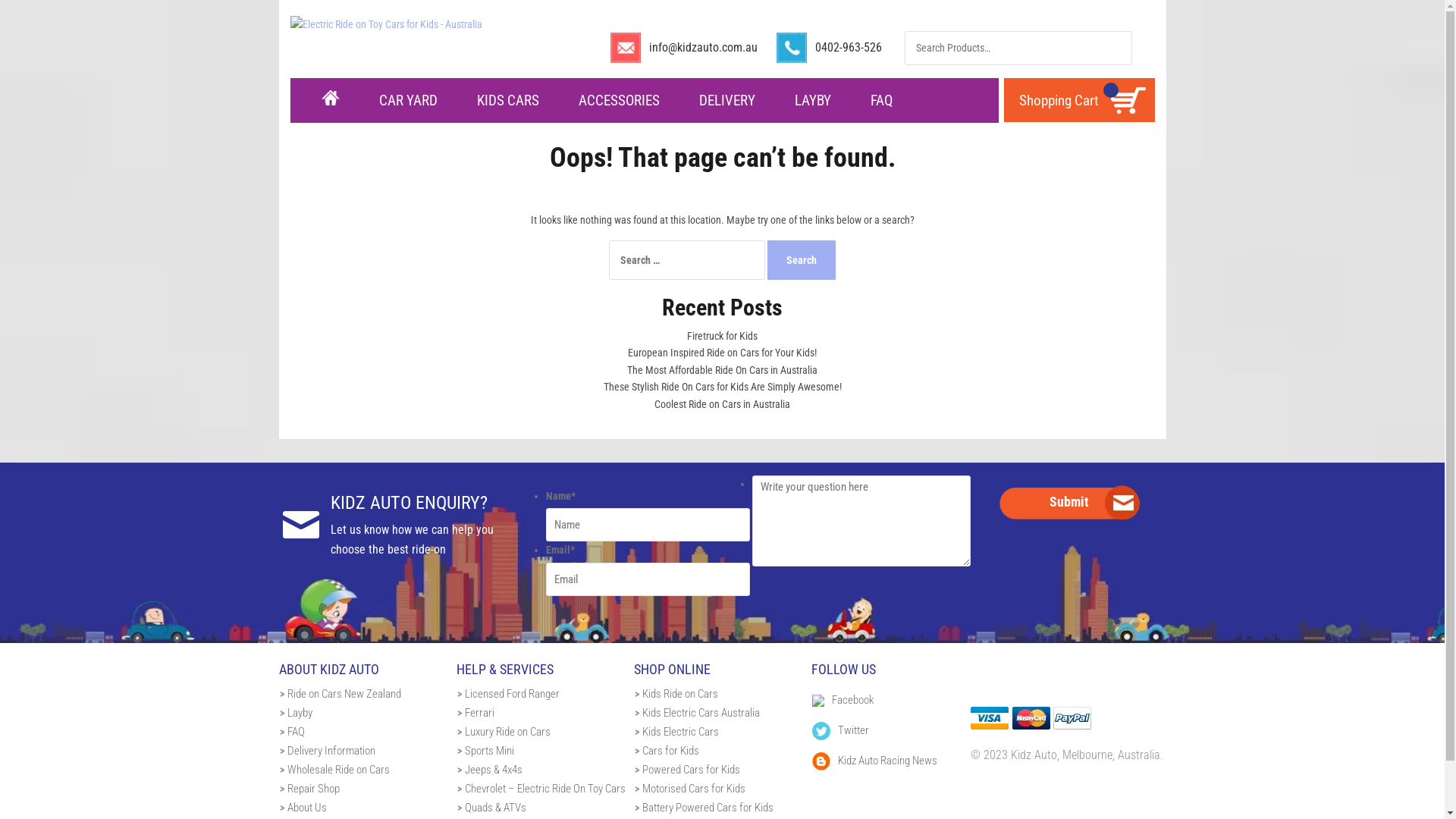 The image size is (1456, 819). Describe the element at coordinates (463, 769) in the screenshot. I see `'Jeeps & 4x4s'` at that location.